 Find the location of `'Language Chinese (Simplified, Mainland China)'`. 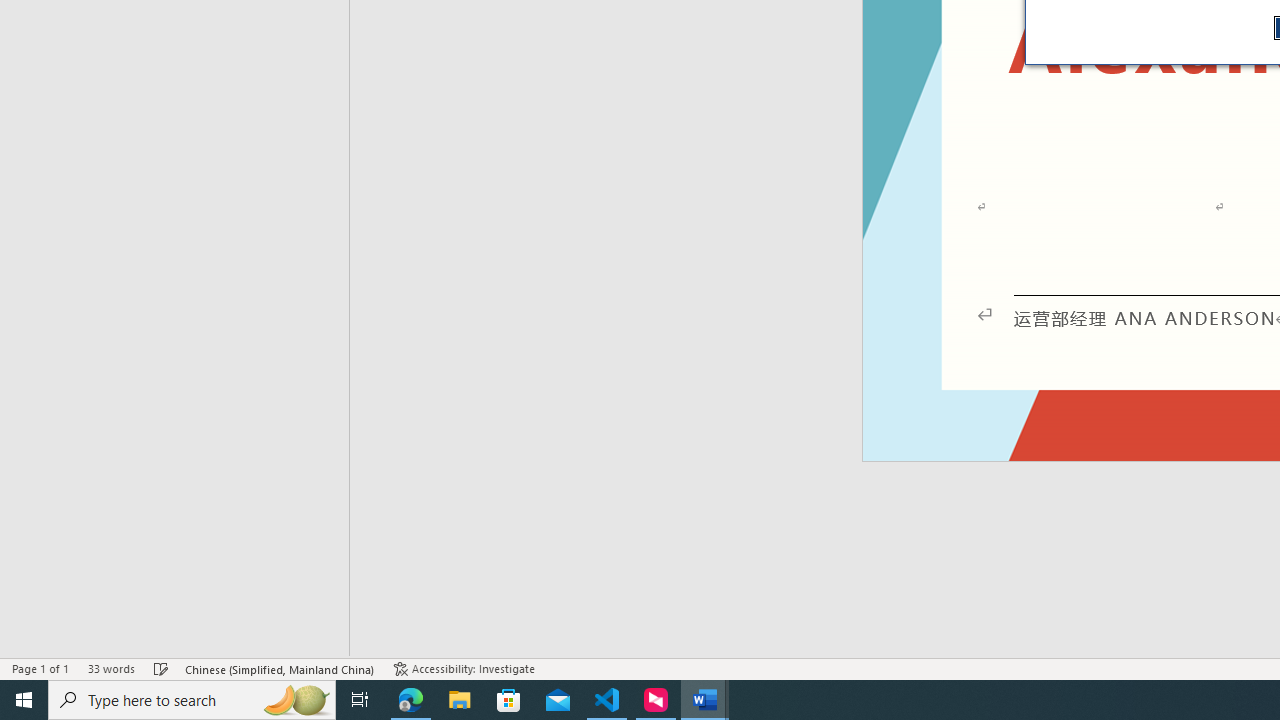

'Language Chinese (Simplified, Mainland China)' is located at coordinates (279, 669).